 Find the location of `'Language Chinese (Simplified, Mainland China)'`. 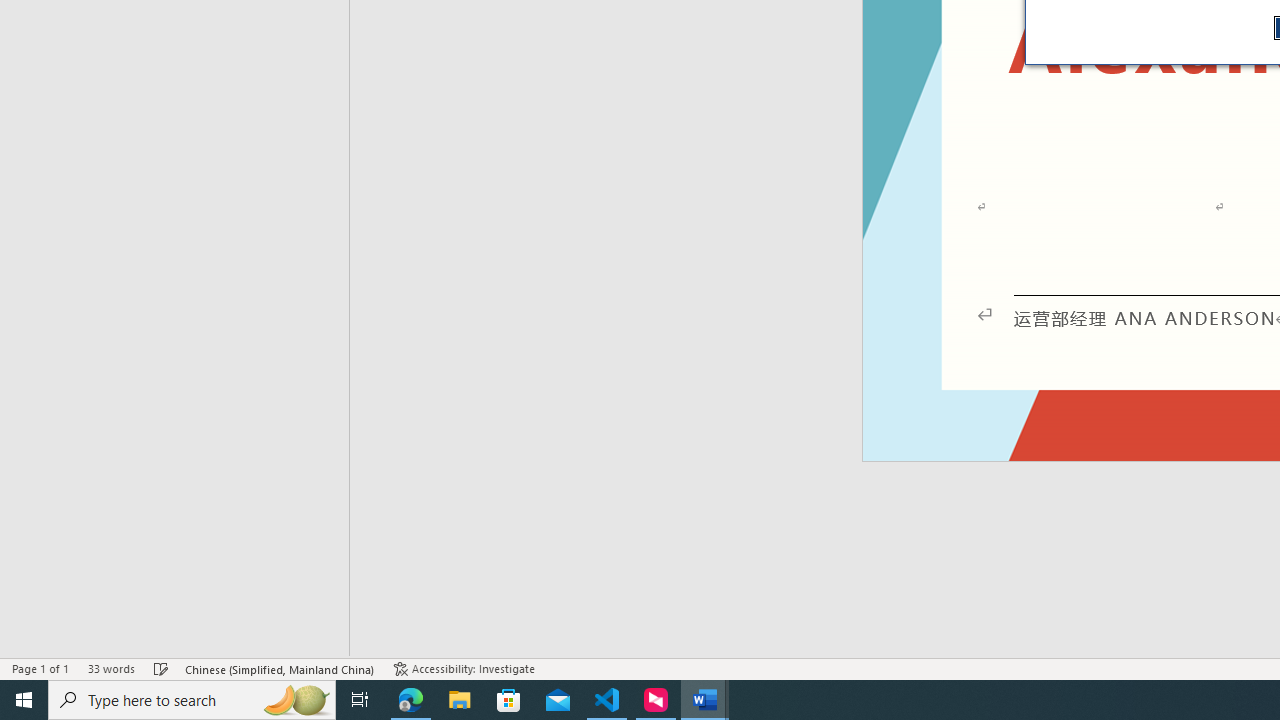

'Language Chinese (Simplified, Mainland China)' is located at coordinates (279, 669).